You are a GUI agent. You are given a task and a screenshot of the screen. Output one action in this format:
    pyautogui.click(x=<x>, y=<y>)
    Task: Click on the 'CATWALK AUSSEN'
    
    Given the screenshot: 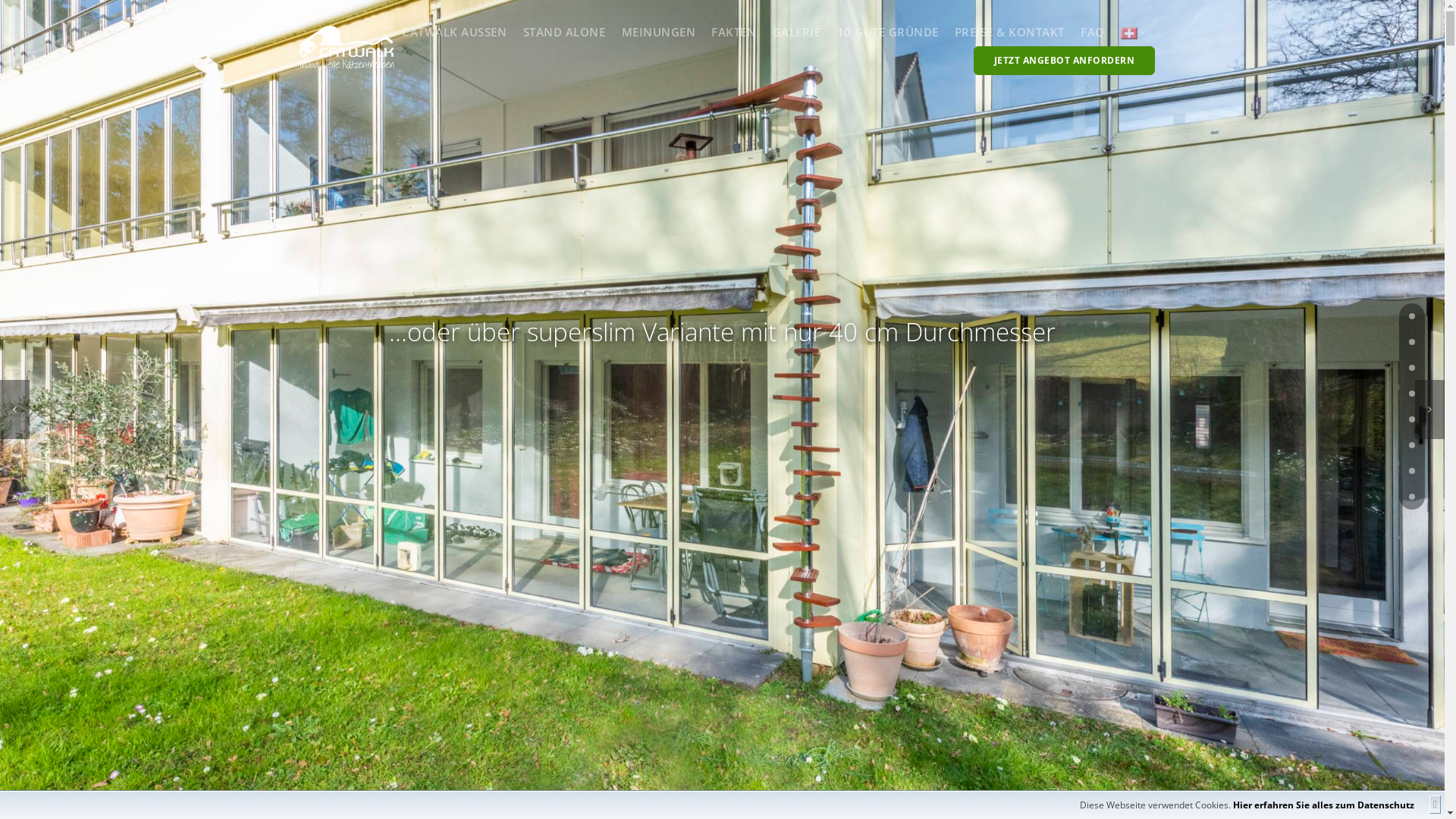 What is the action you would take?
    pyautogui.click(x=453, y=32)
    